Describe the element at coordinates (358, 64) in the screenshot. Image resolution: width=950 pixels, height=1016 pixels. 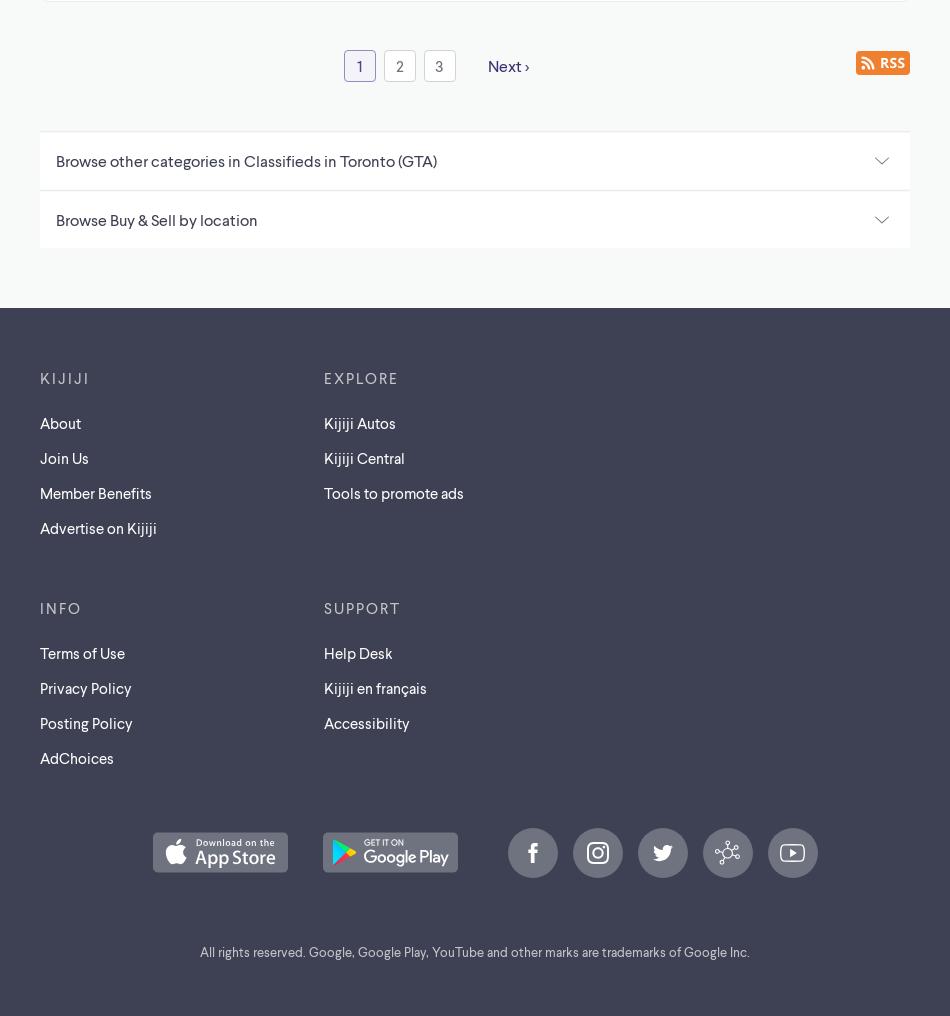
I see `'1'` at that location.